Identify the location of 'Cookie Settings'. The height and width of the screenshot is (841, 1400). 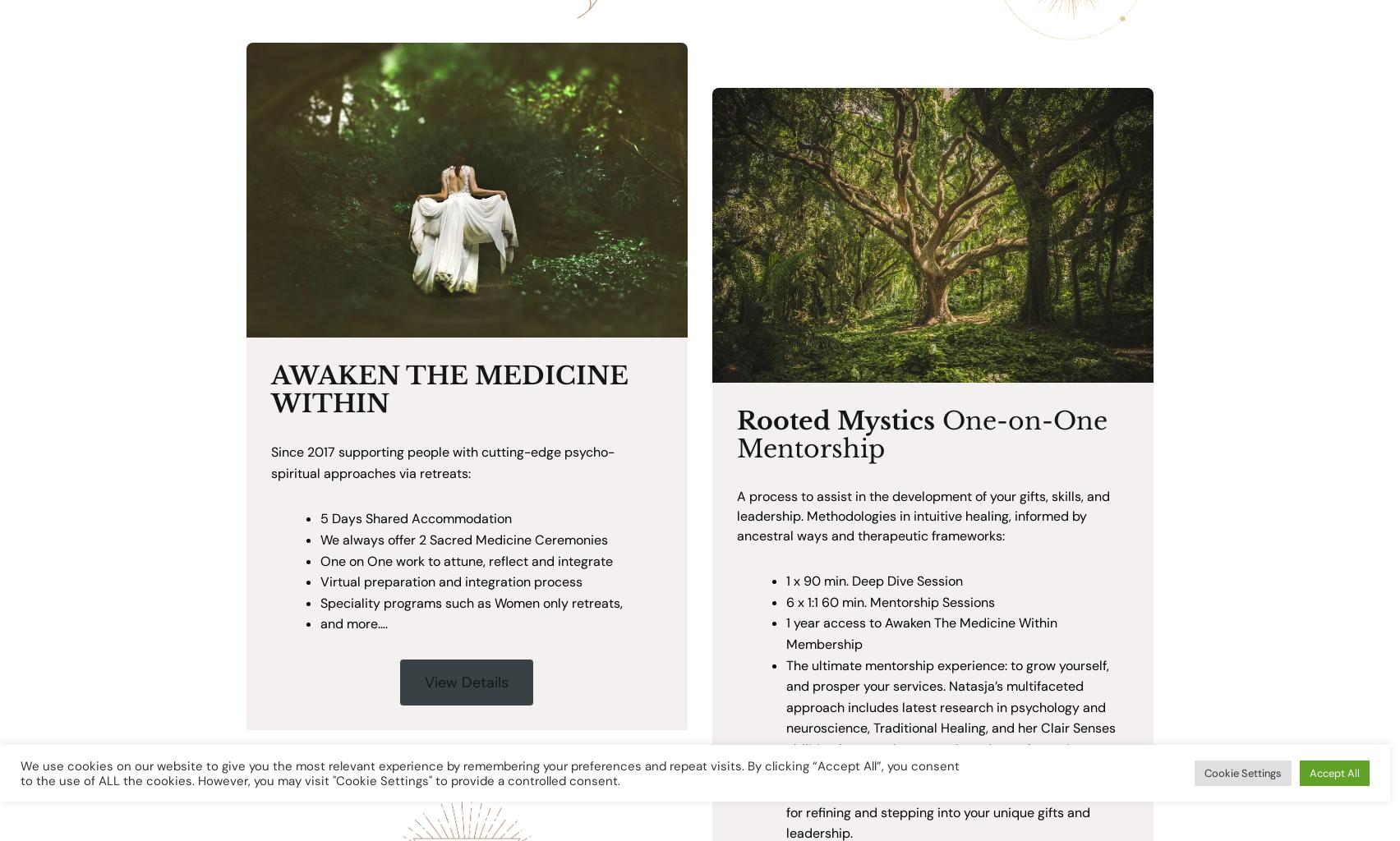
(1241, 773).